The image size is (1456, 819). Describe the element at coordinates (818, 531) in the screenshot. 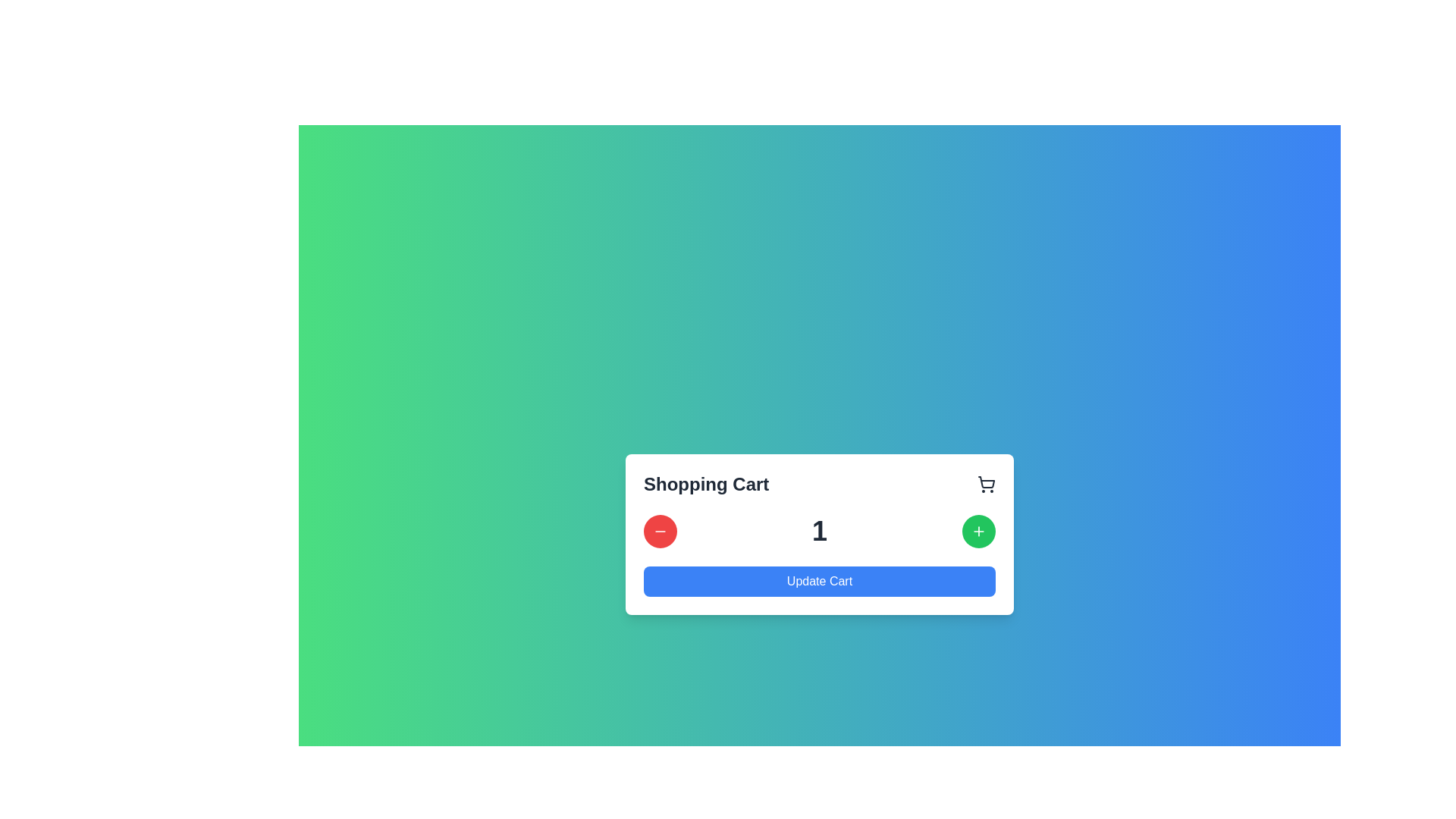

I see `the numerical display showing the value '1' in bold gray font, located centrally between the decrement and increment buttons in the Shopping Cart modal` at that location.